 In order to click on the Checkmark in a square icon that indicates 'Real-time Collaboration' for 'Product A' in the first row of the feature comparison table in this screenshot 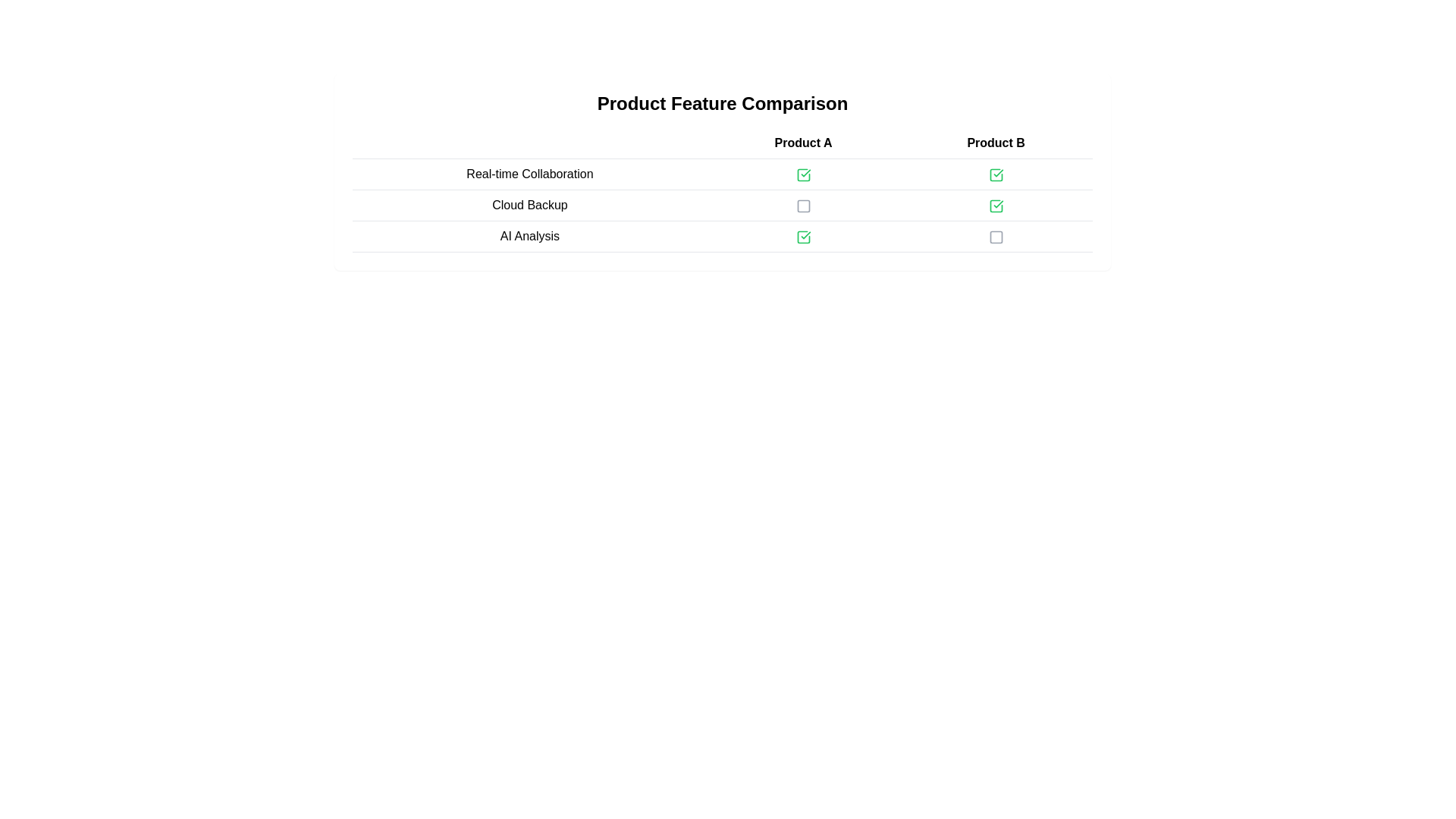, I will do `click(802, 174)`.